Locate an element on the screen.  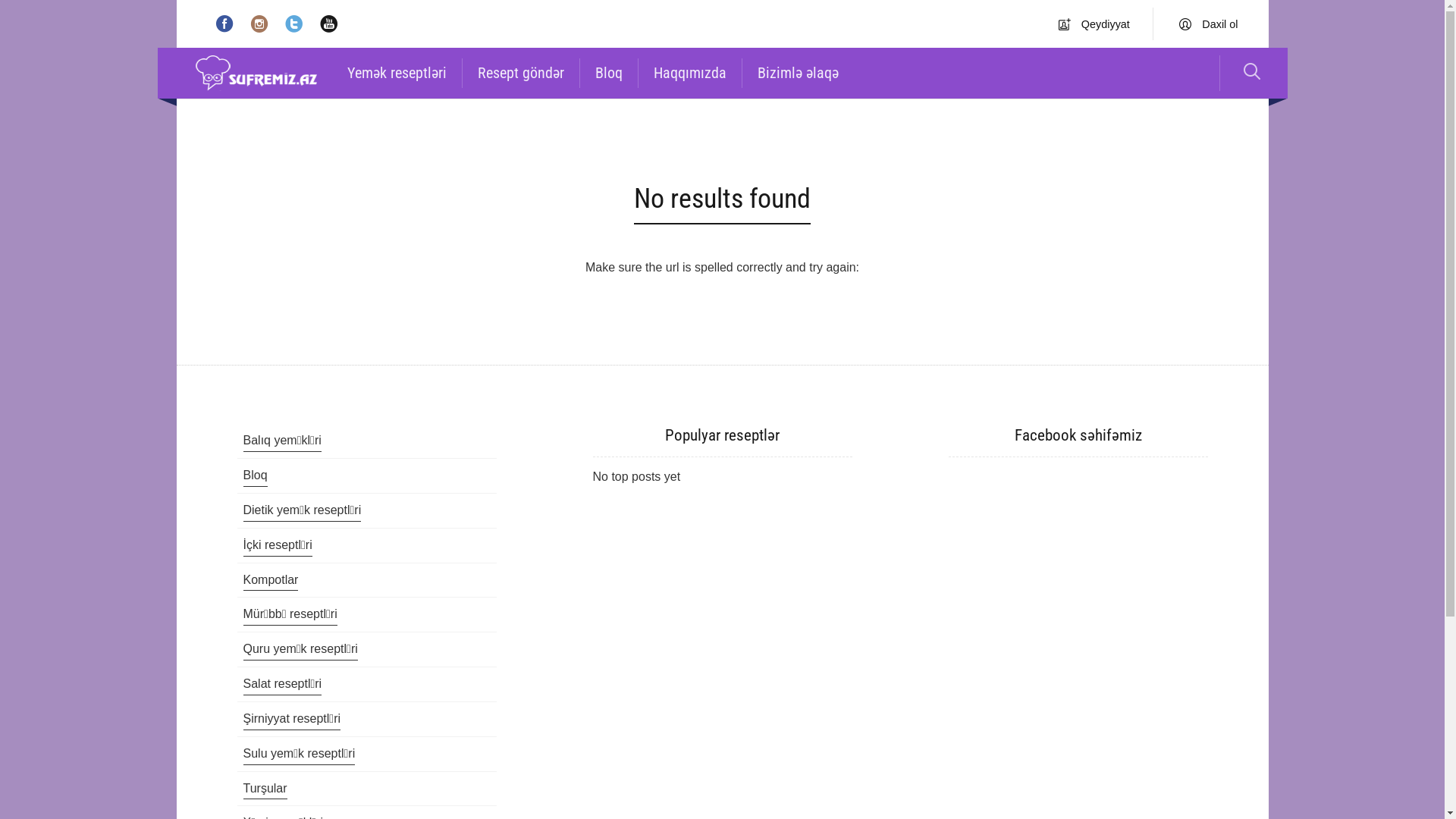
'Daxil ol' is located at coordinates (1207, 24).